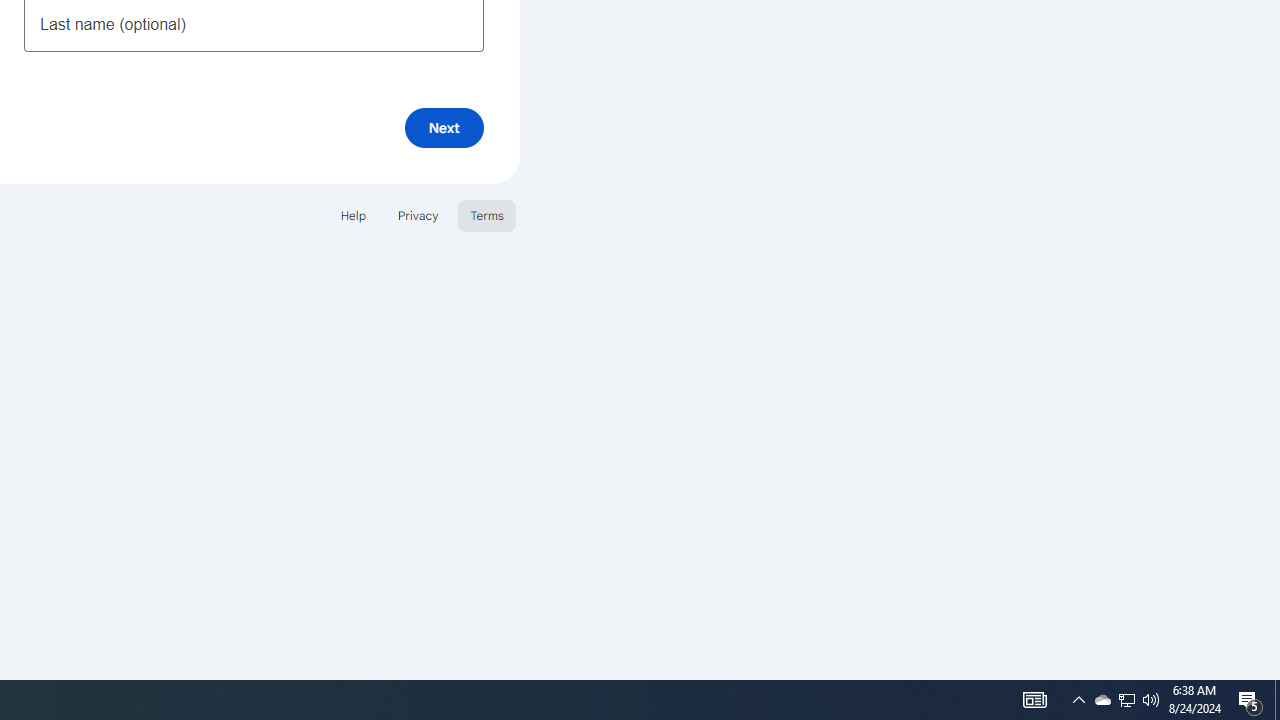 This screenshot has height=720, width=1280. What do you see at coordinates (443, 127) in the screenshot?
I see `'Next'` at bounding box center [443, 127].